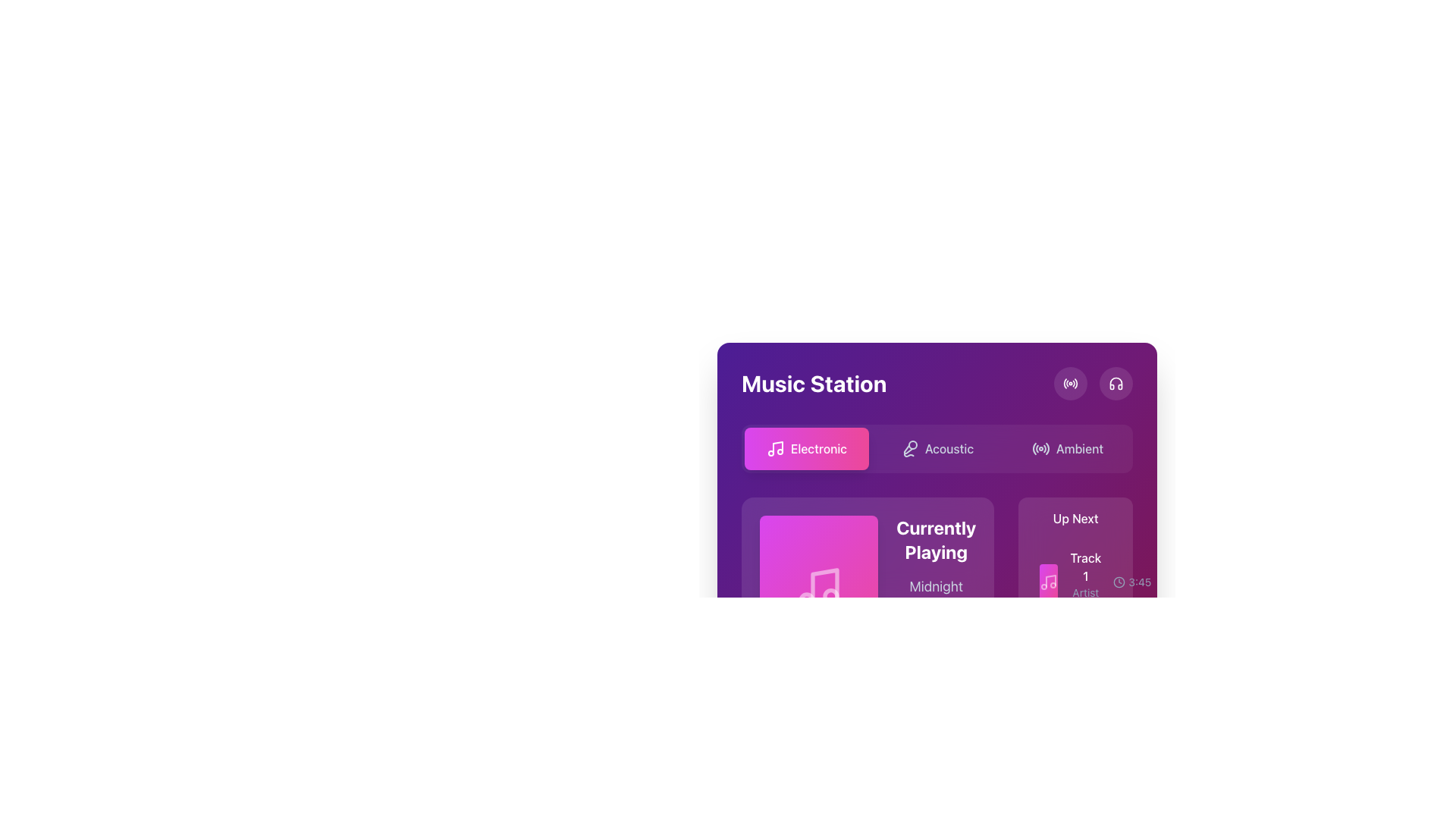 This screenshot has width=1456, height=819. I want to click on the text label displaying the title of the currently playing music track, which is positioned below the 'Currently Playing' label and above the 'Electronic Fusion' text label, so click(935, 596).